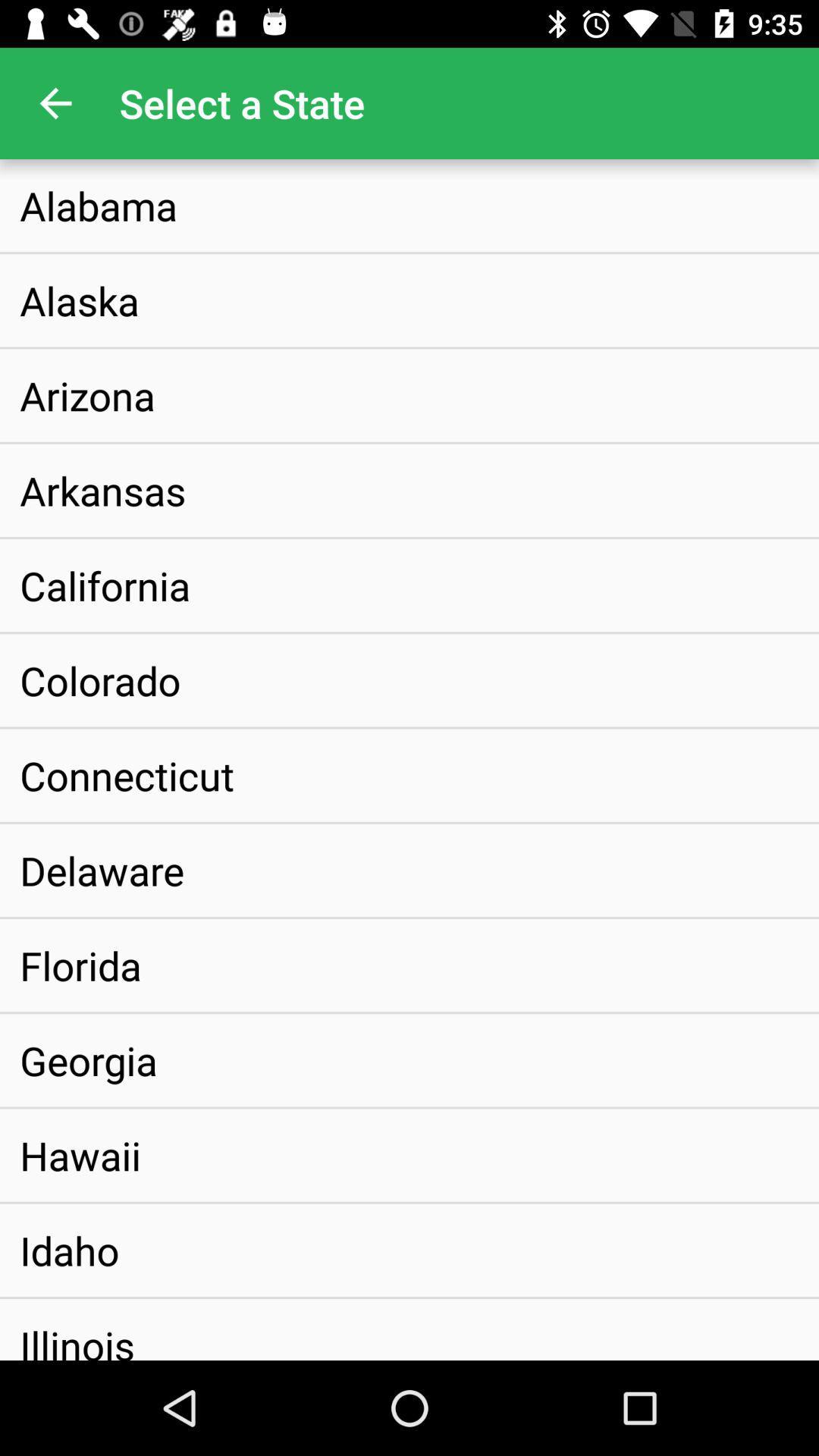  What do you see at coordinates (88, 1059) in the screenshot?
I see `the georgia item` at bounding box center [88, 1059].